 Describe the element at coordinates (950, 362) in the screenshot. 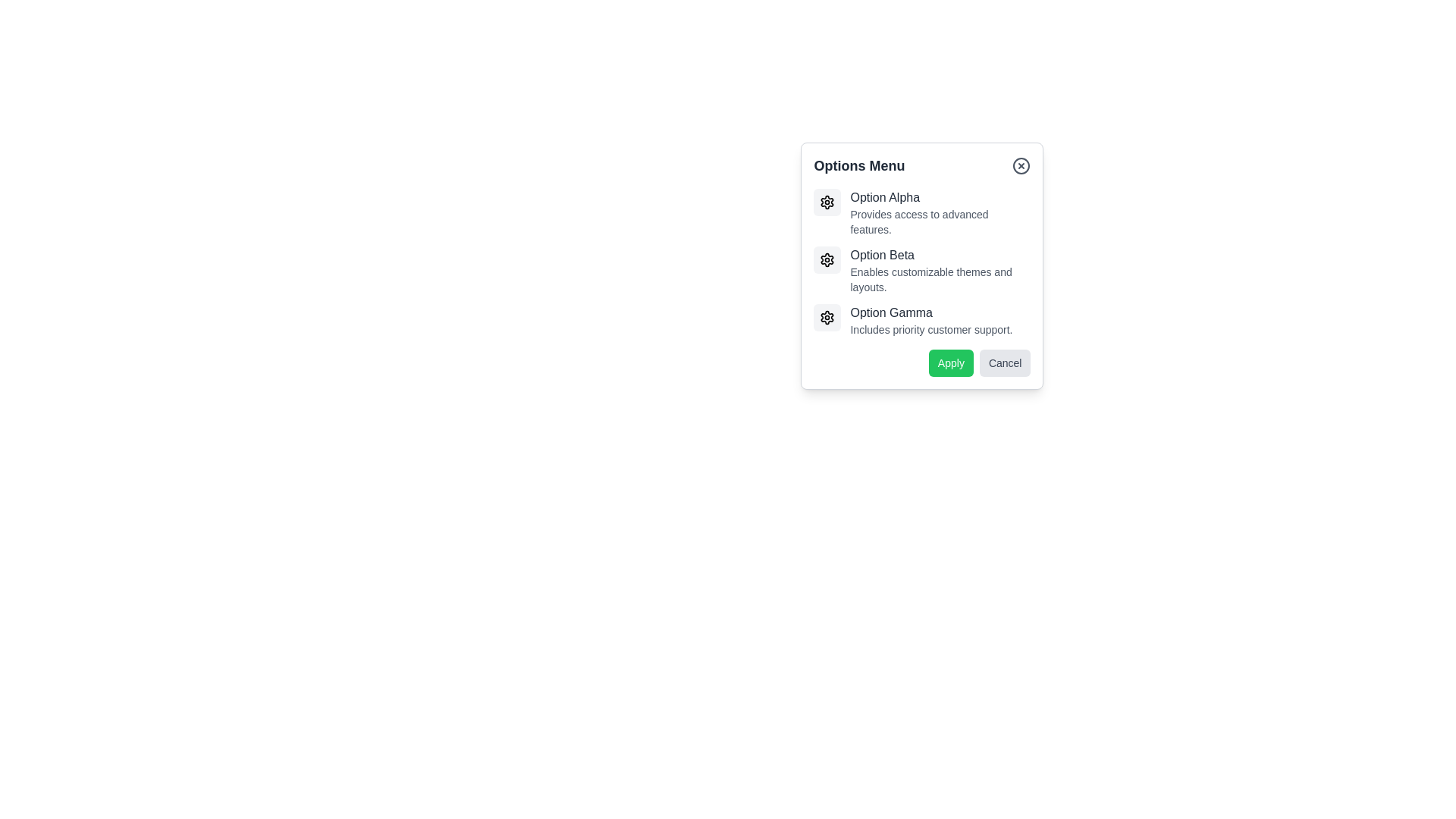

I see `the 'Apply' button with a green background and white text located in the bottom right corner of the 'Options Menu' modal dialog to apply the changes` at that location.